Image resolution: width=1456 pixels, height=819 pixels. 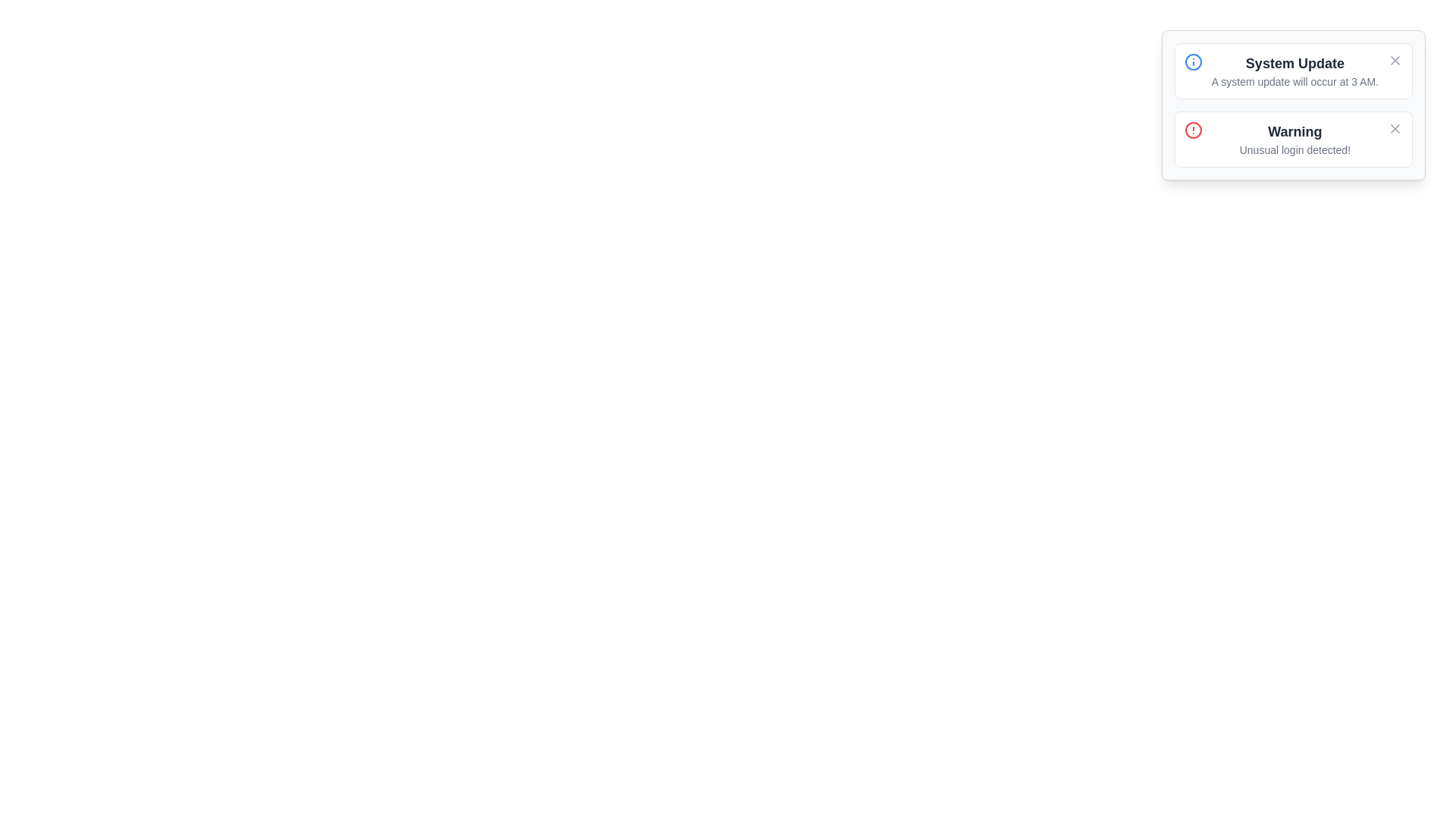 I want to click on the close button represented by an 'X' in the top-right corner of the 'System Update' message card, so click(x=1395, y=60).